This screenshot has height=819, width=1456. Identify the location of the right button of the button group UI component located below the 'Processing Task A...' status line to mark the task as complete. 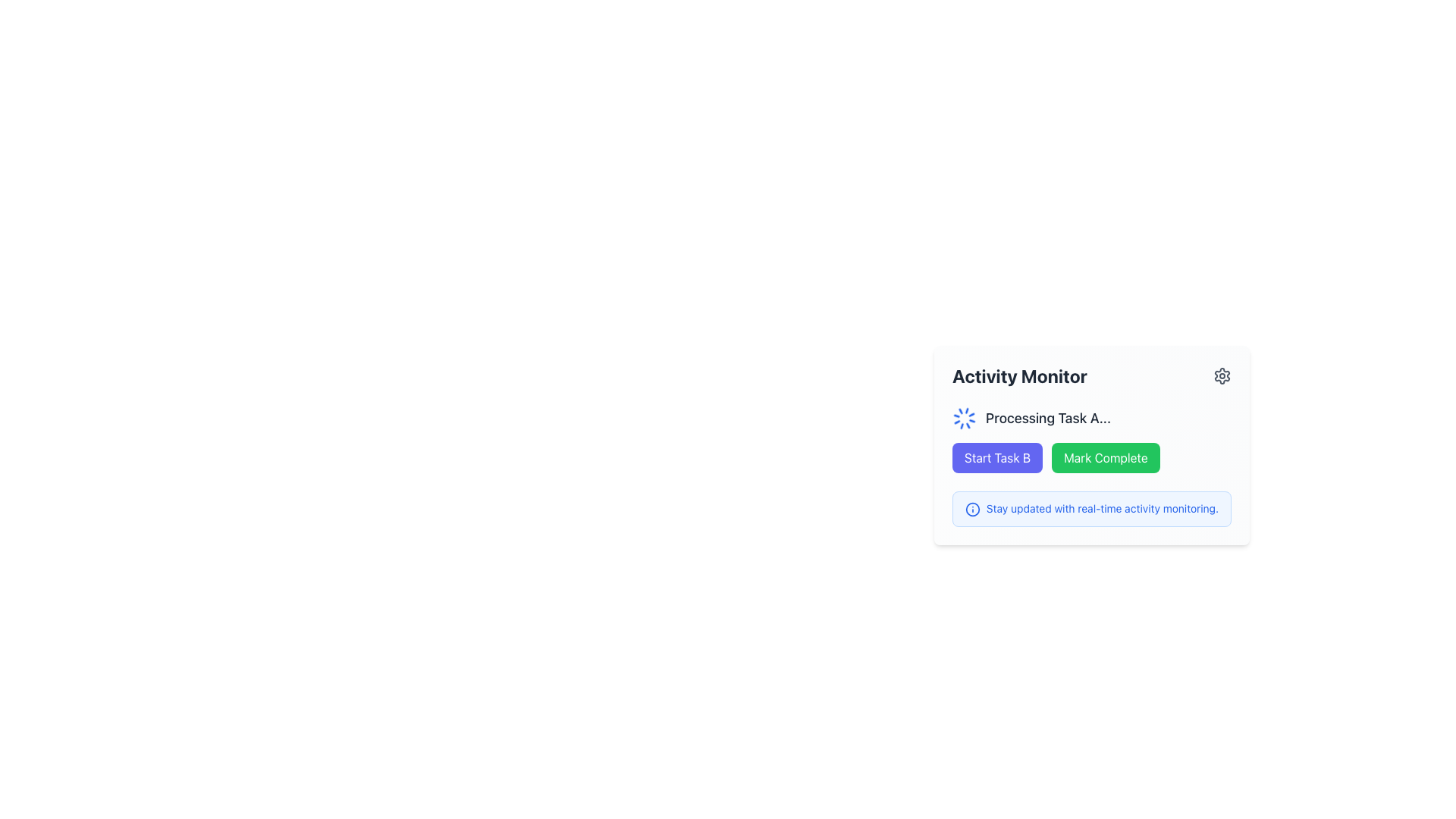
(1092, 457).